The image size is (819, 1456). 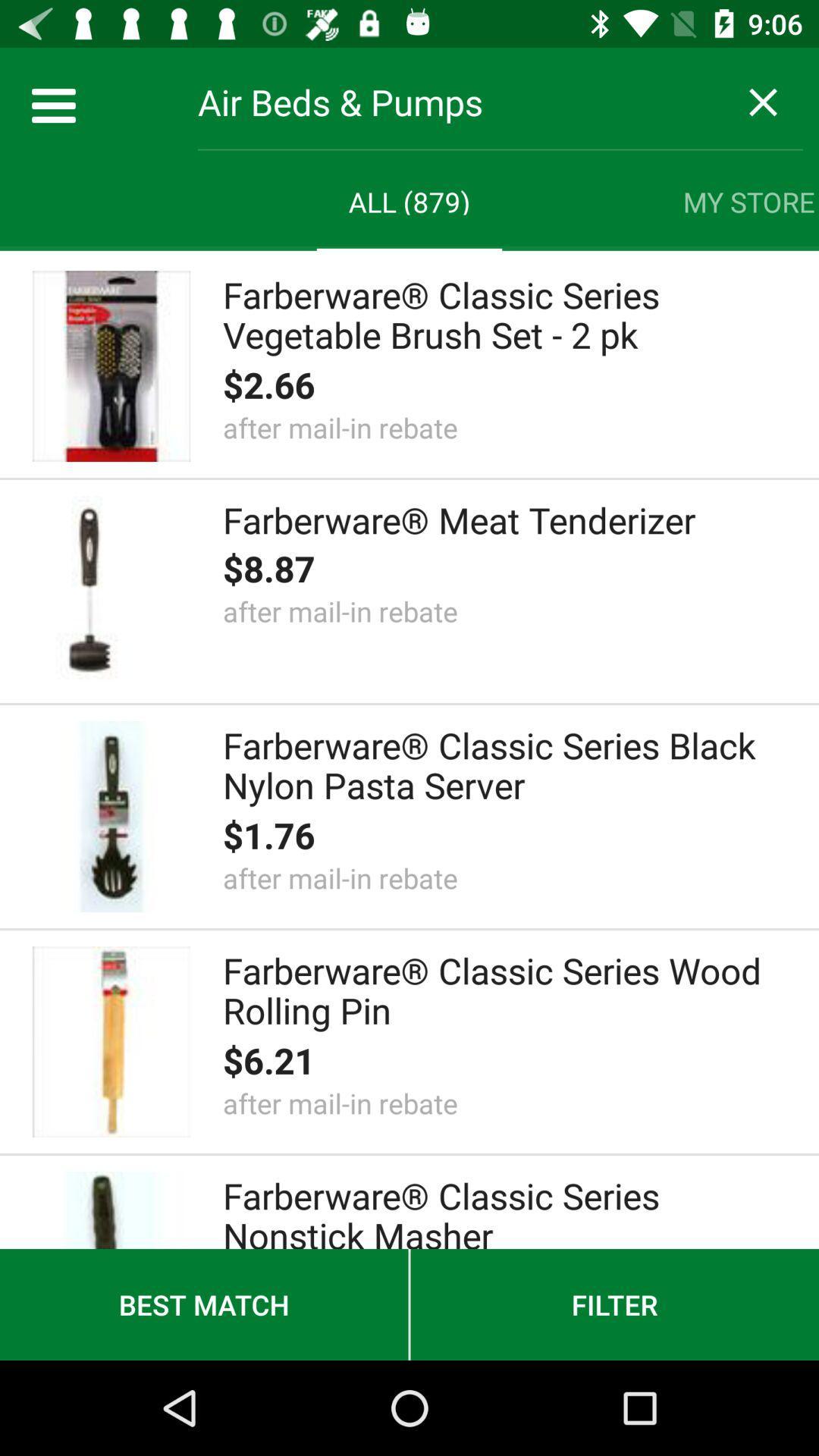 I want to click on the second image in the page, so click(x=110, y=590).